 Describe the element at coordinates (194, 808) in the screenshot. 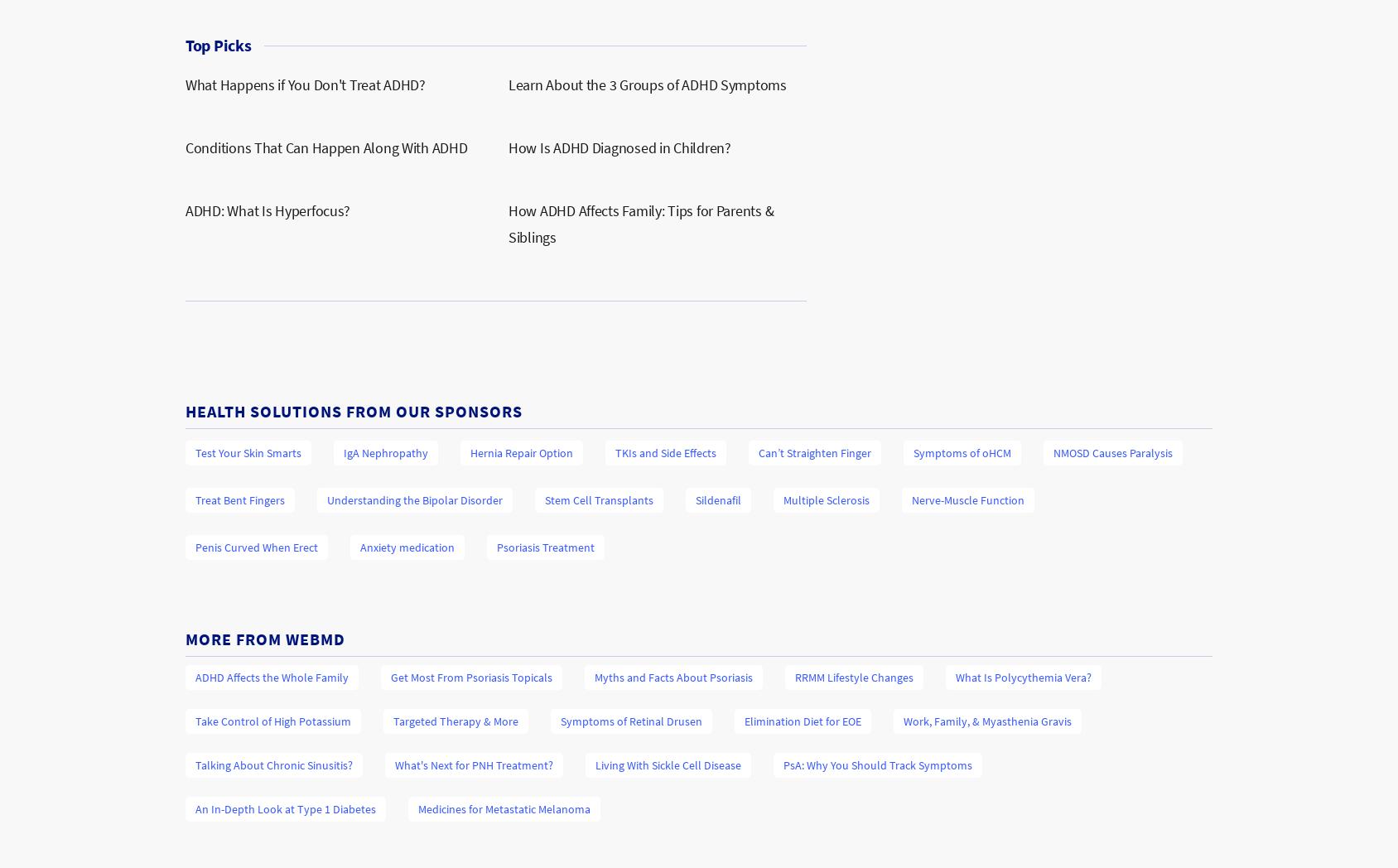

I see `'An In-Depth Look at Type 1 Diabetes'` at that location.